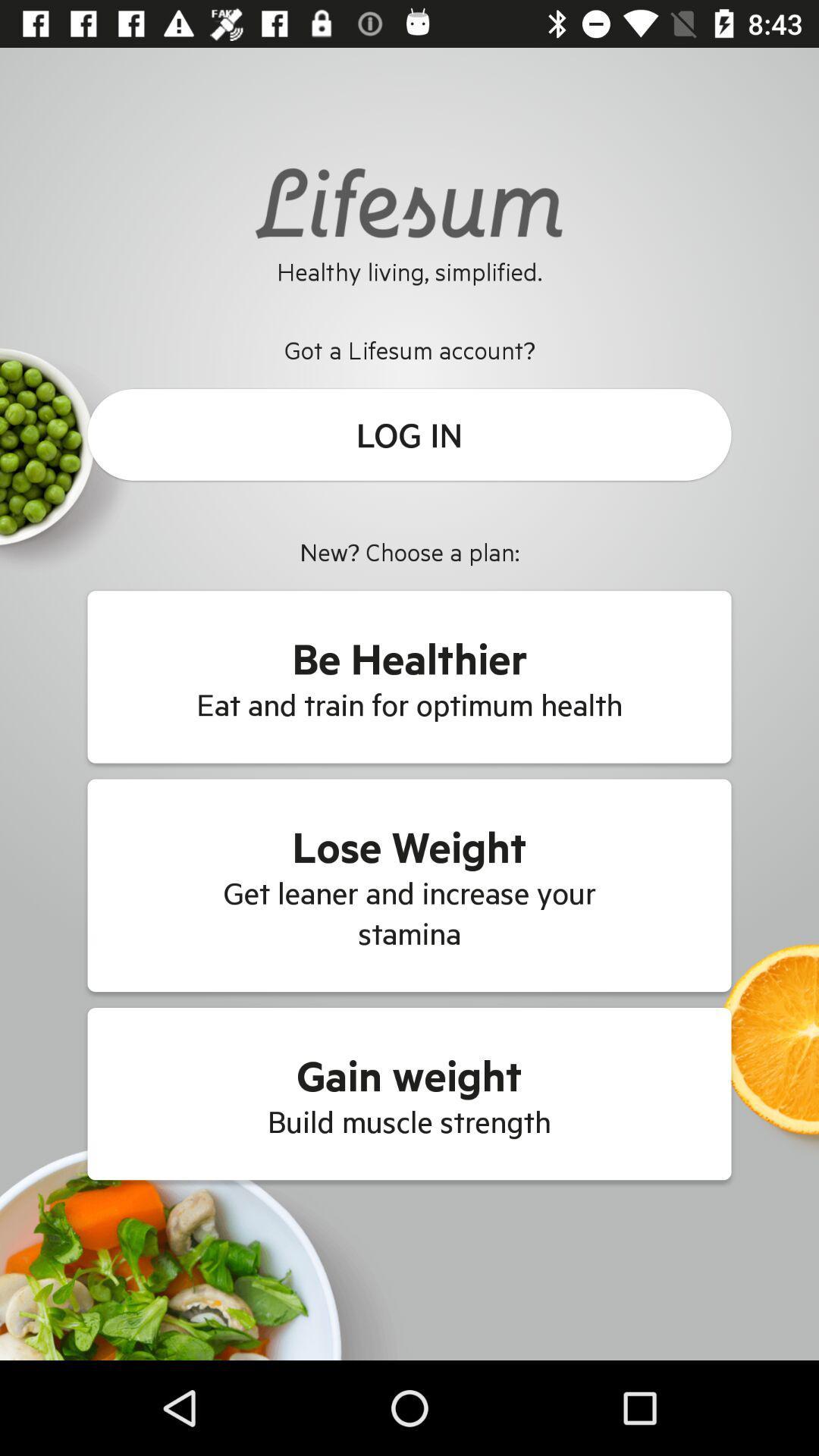 This screenshot has width=819, height=1456. What do you see at coordinates (409, 434) in the screenshot?
I see `the log in icon` at bounding box center [409, 434].